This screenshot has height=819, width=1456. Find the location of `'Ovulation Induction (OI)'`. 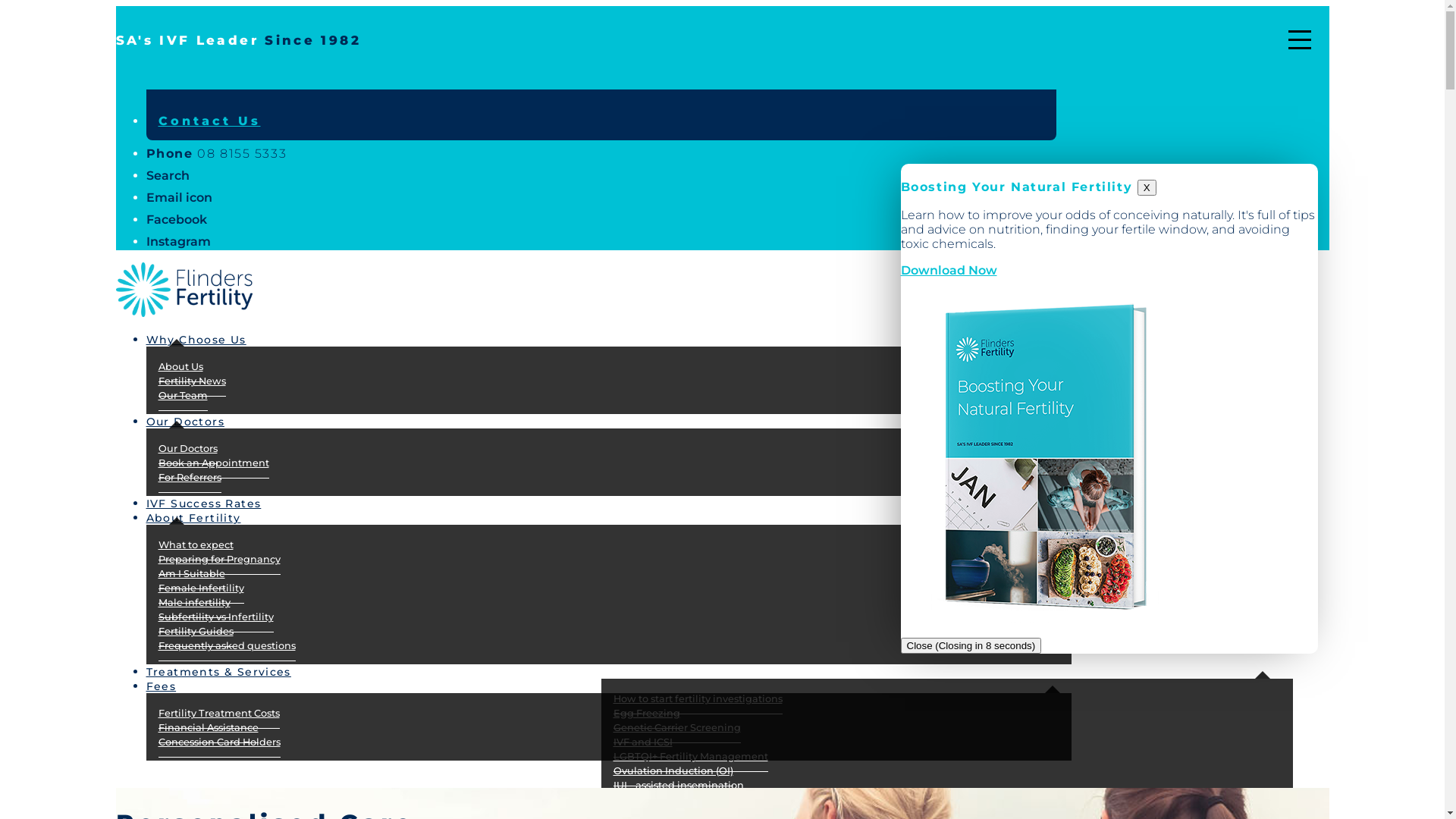

'Ovulation Induction (OI)' is located at coordinates (672, 771).